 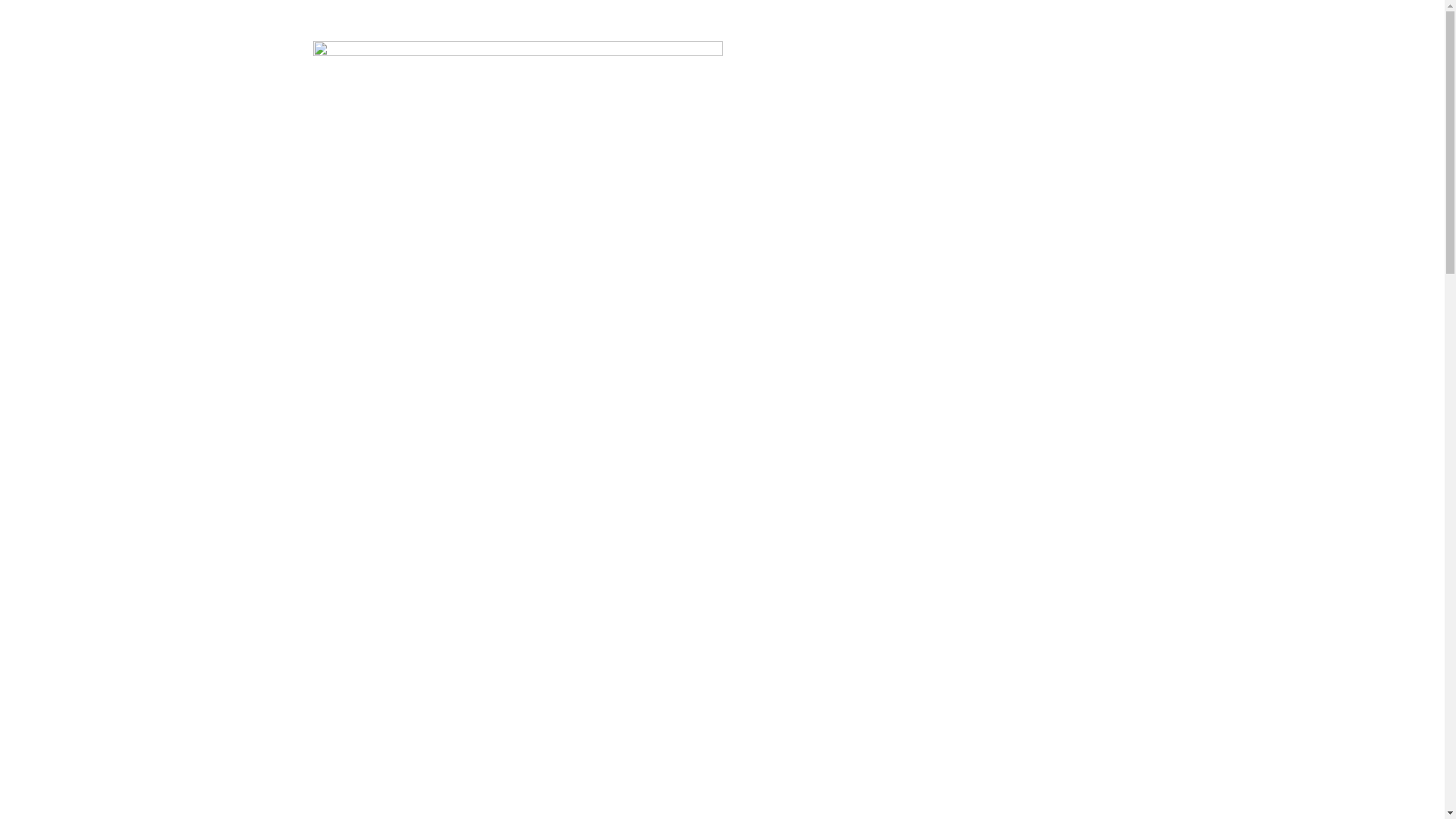 I want to click on 'nuova_1_ok', so click(x=516, y=51).